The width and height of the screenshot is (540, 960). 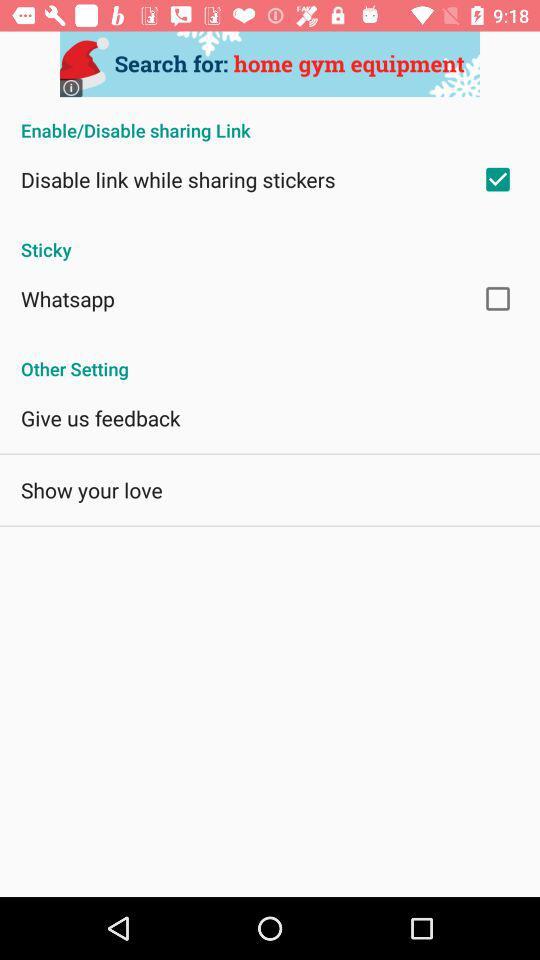 What do you see at coordinates (270, 64) in the screenshot?
I see `share the artcle` at bounding box center [270, 64].